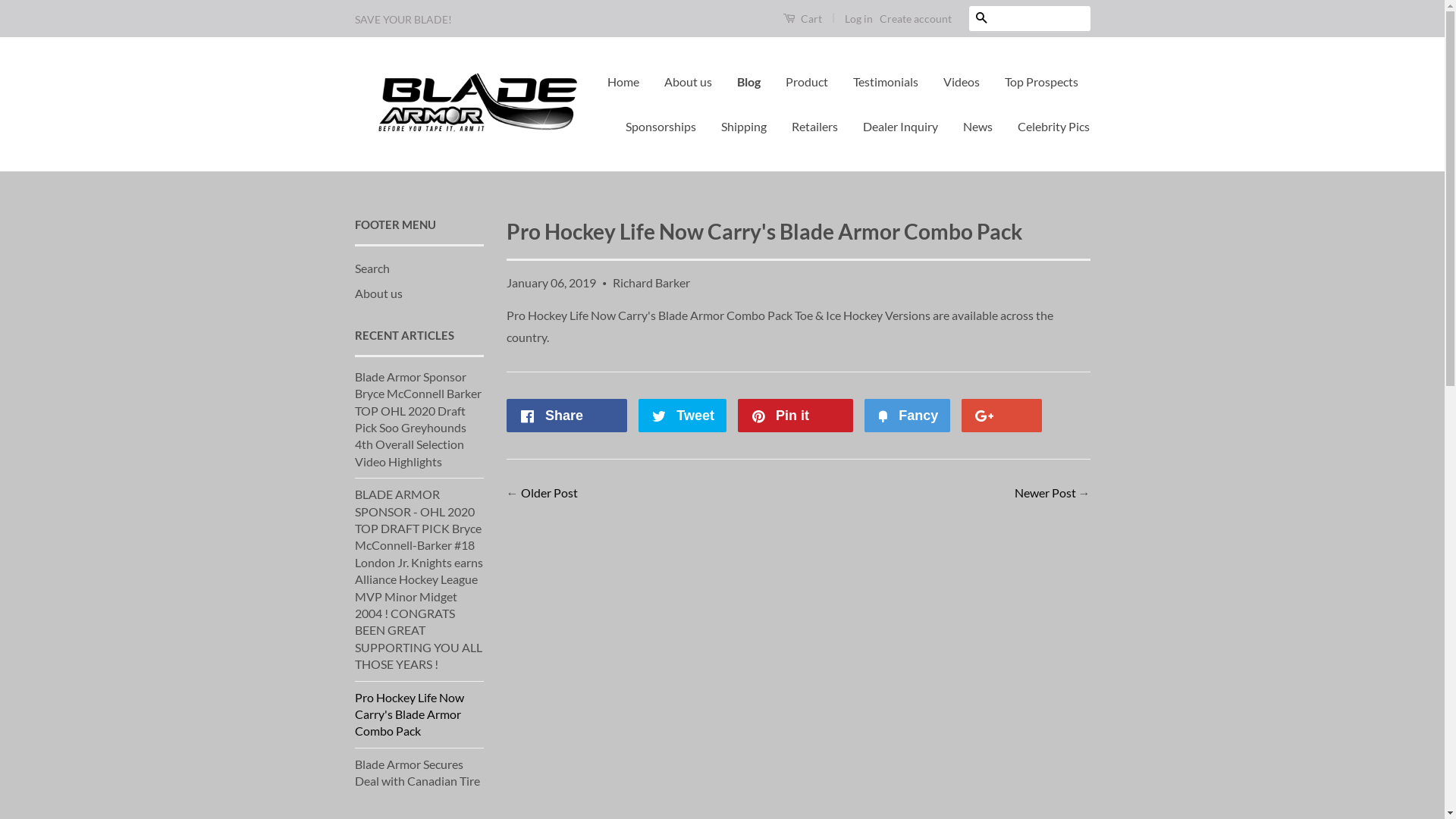  I want to click on 'Celebrity Pics', so click(1047, 126).